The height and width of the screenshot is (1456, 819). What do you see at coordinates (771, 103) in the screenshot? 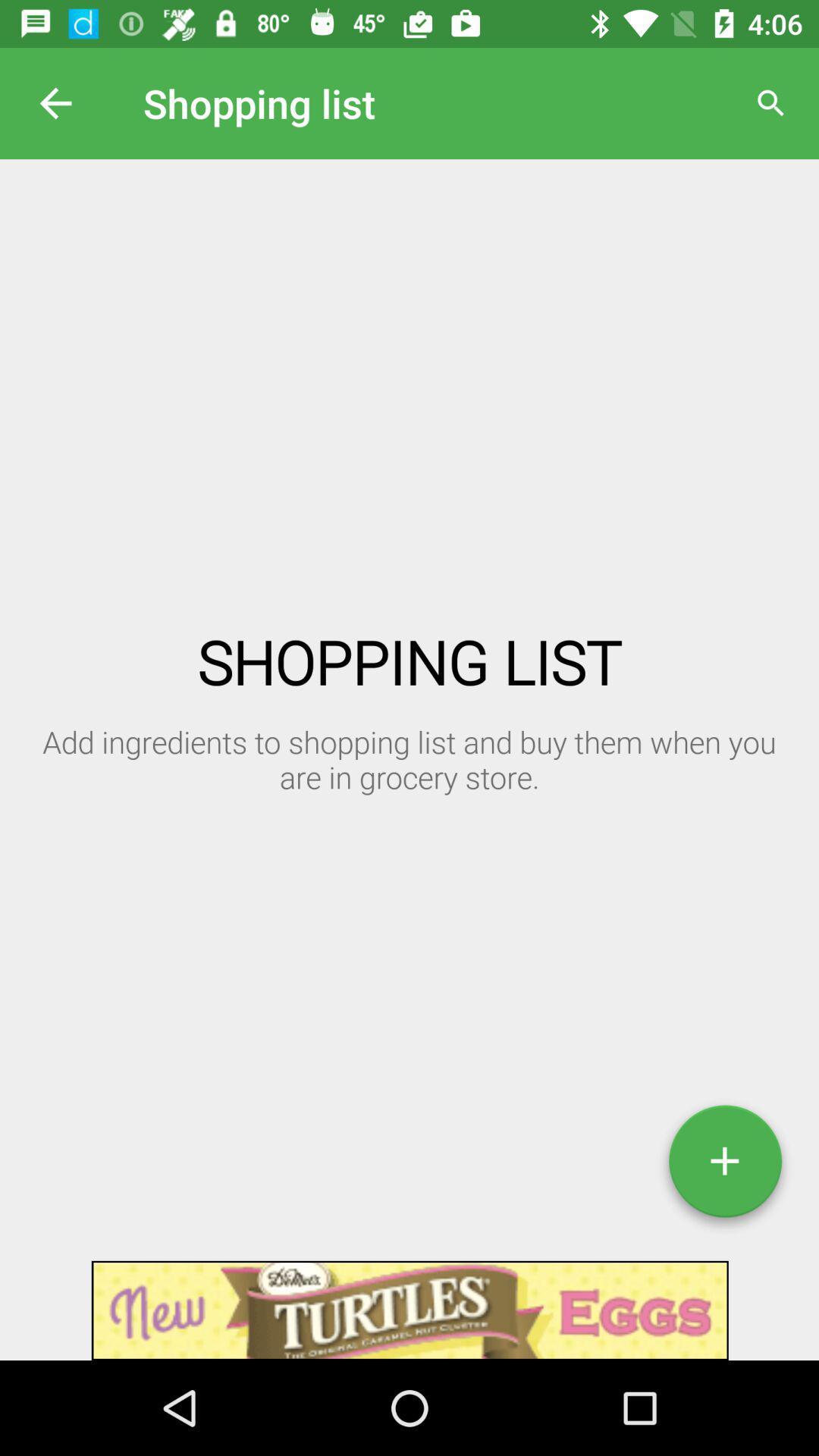
I see `search bar icon` at bounding box center [771, 103].